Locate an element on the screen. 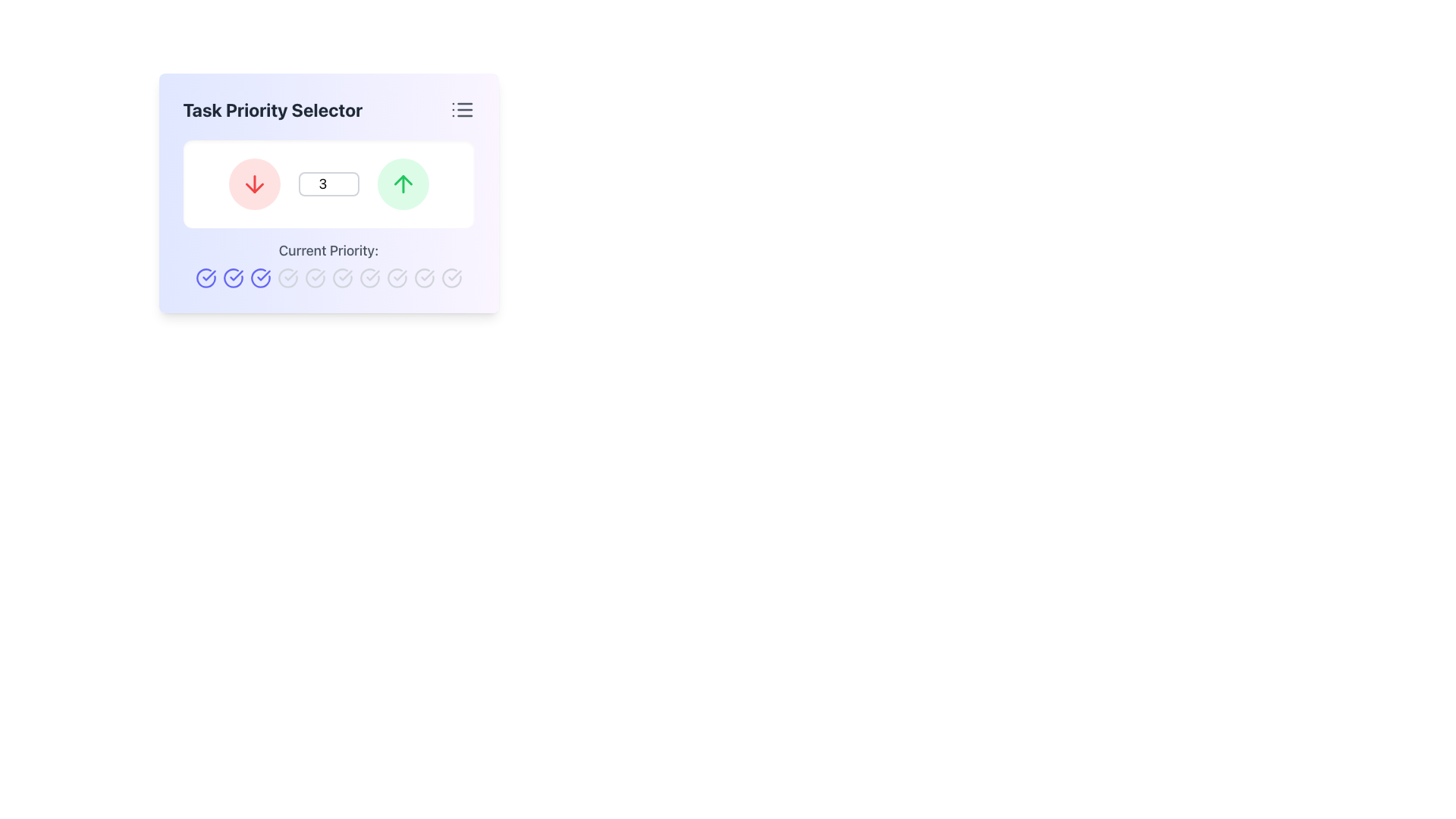 The width and height of the screenshot is (1456, 819). the fourth circular status indicator icon located below the 'Current Priority:' text is located at coordinates (328, 278).